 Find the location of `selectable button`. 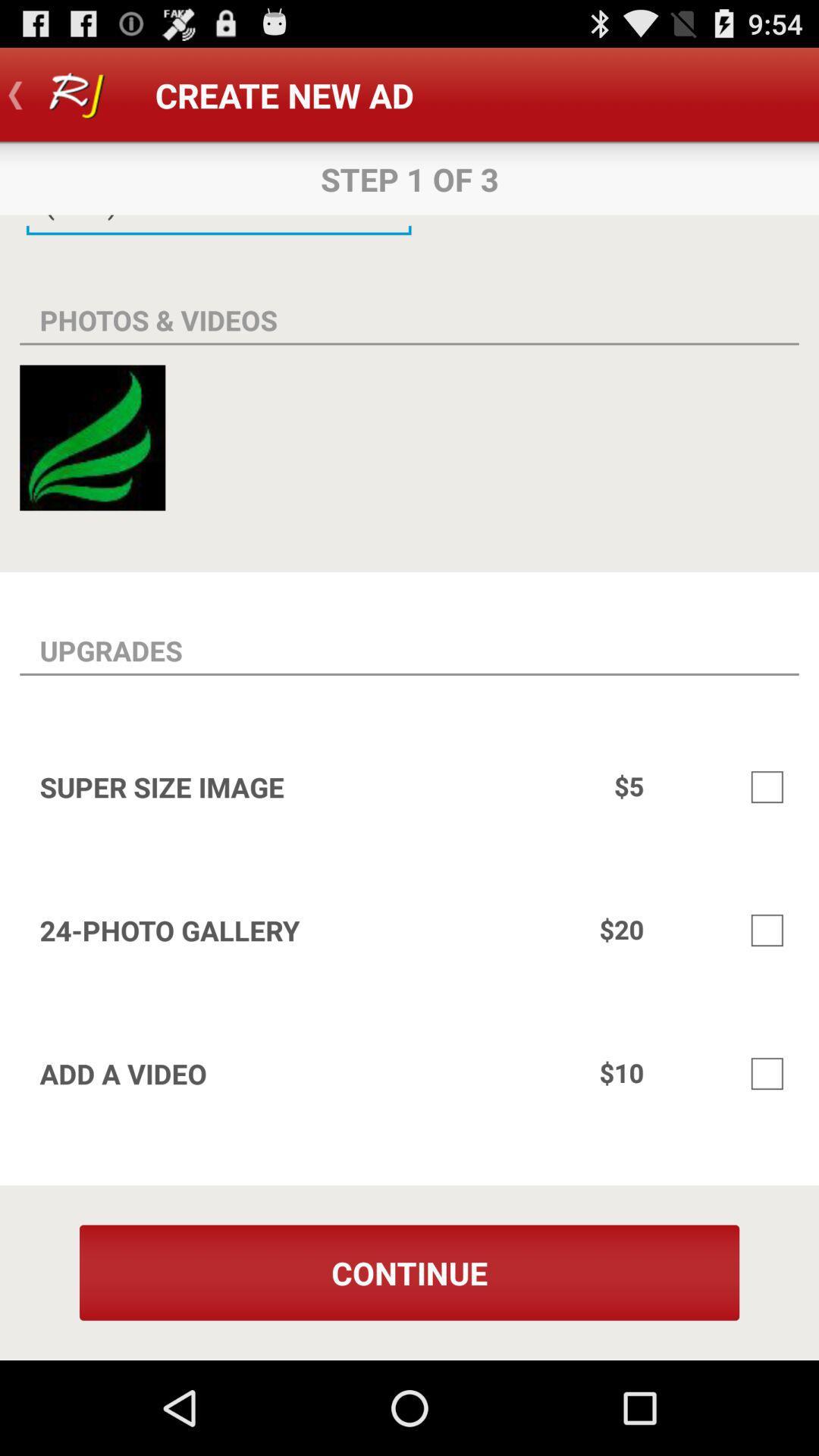

selectable button is located at coordinates (767, 1073).